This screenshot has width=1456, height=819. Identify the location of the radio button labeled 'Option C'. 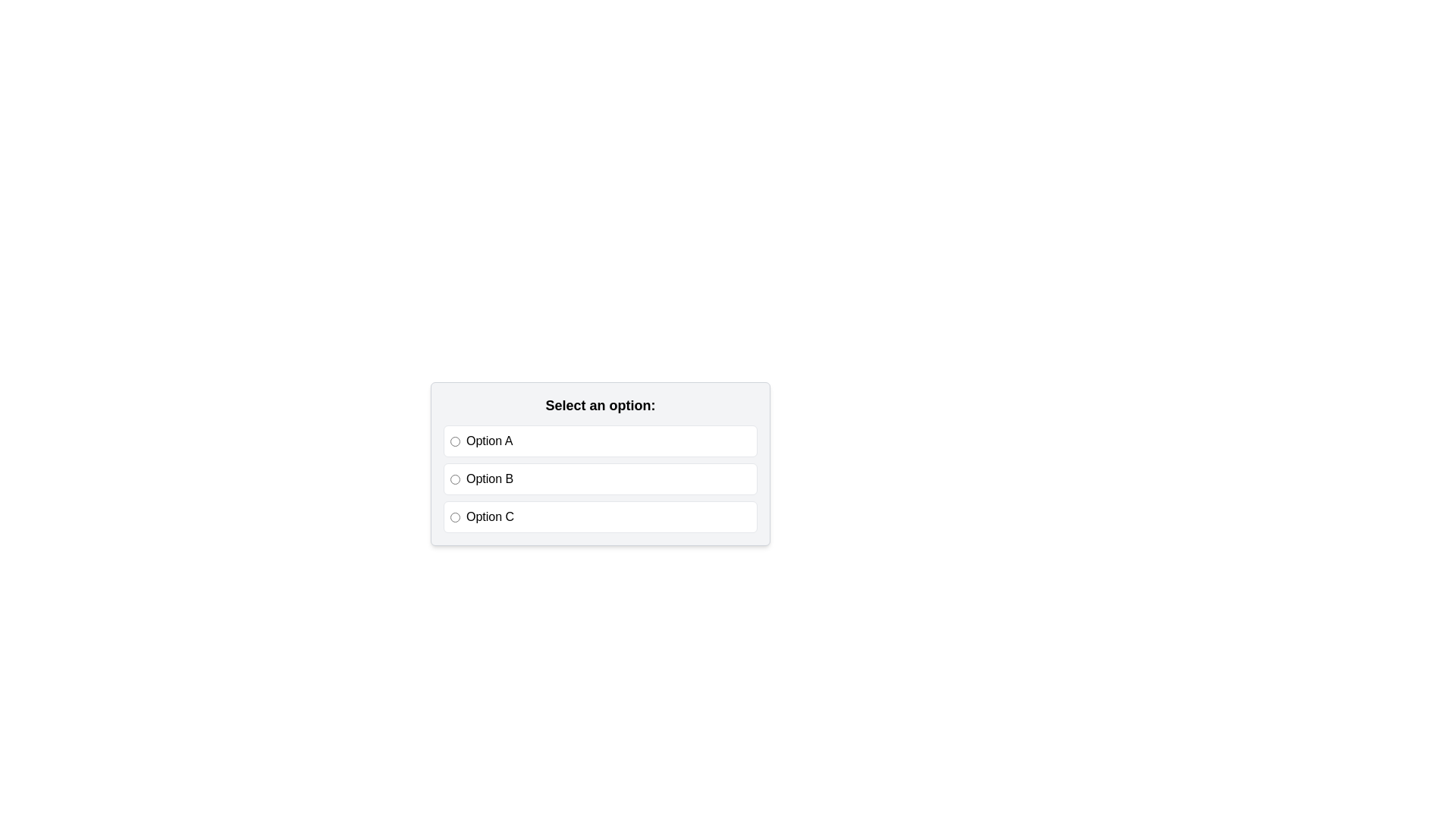
(454, 516).